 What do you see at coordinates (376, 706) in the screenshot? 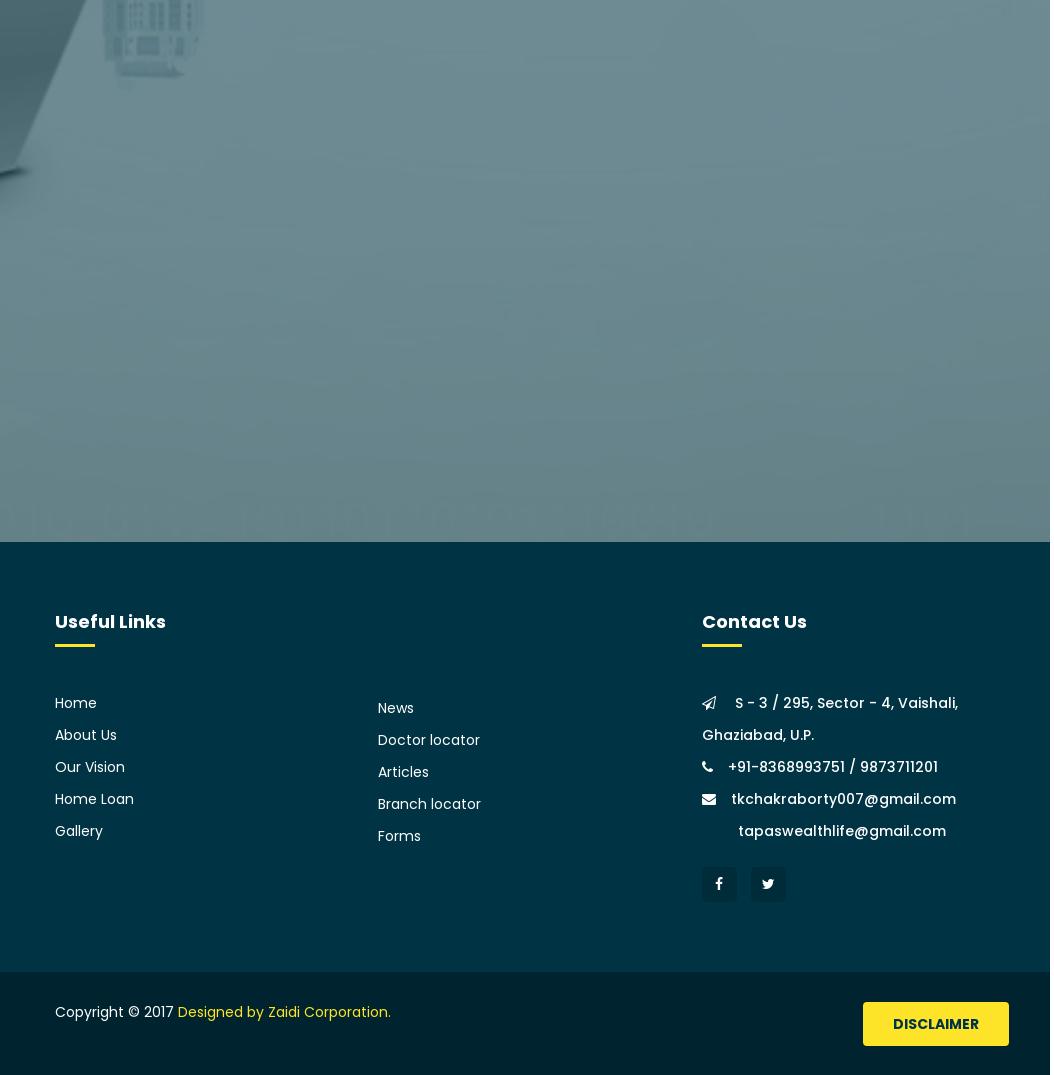
I see `'News'` at bounding box center [376, 706].